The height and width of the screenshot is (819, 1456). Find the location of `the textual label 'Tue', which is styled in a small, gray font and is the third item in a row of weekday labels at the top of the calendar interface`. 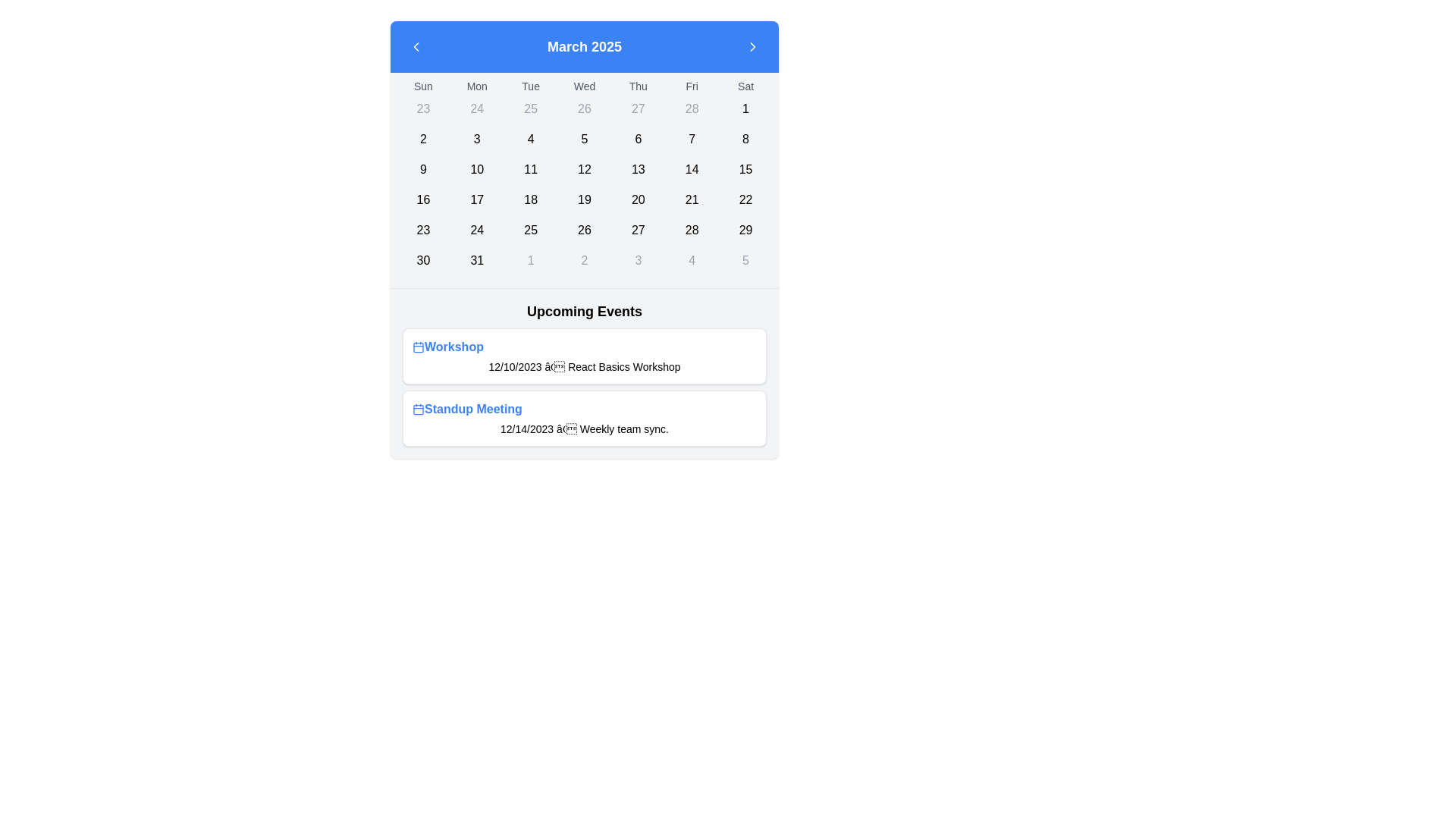

the textual label 'Tue', which is styled in a small, gray font and is the third item in a row of weekday labels at the top of the calendar interface is located at coordinates (531, 86).